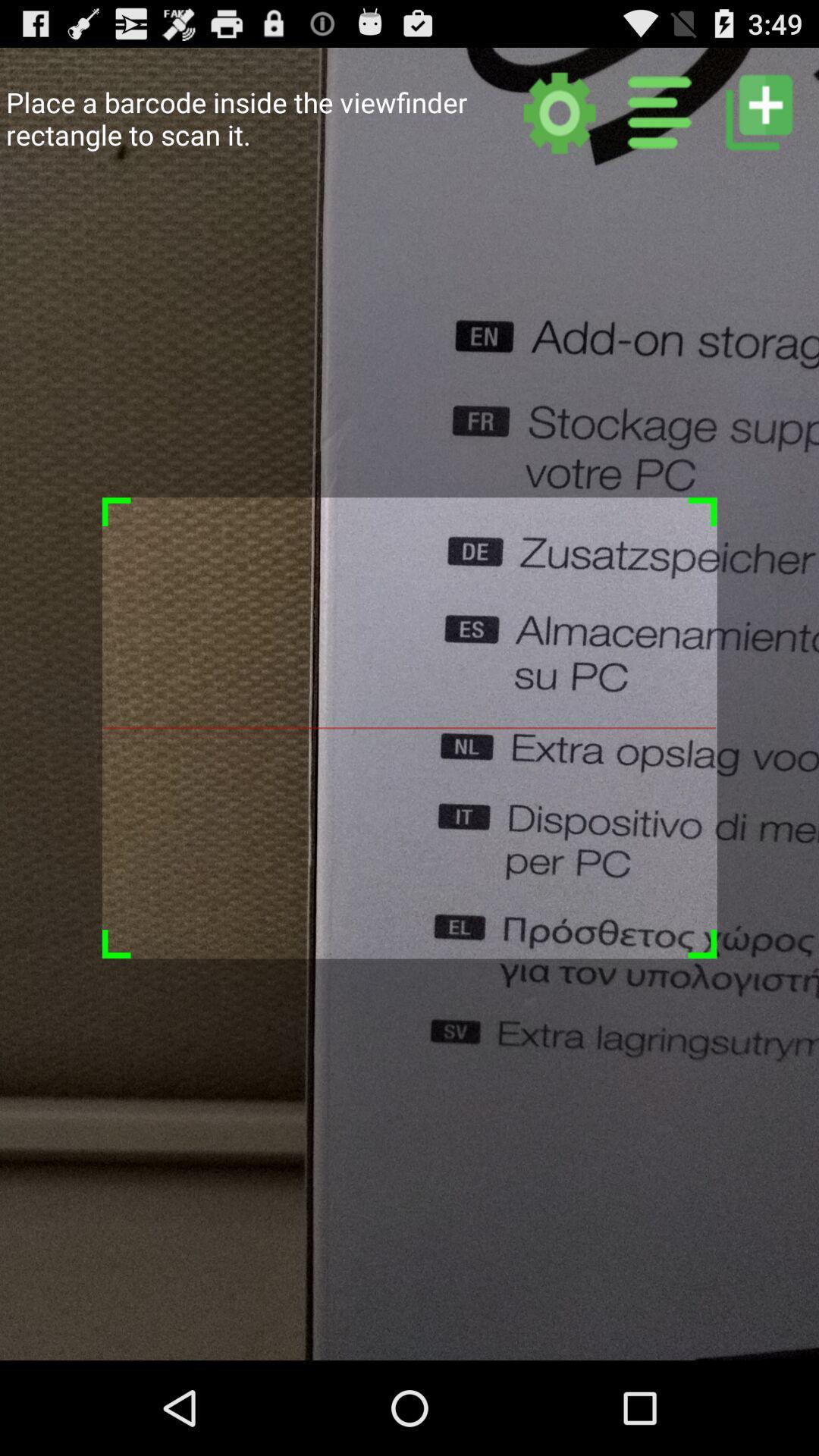 This screenshot has width=819, height=1456. Describe the element at coordinates (560, 111) in the screenshot. I see `icon next to place a barcode` at that location.